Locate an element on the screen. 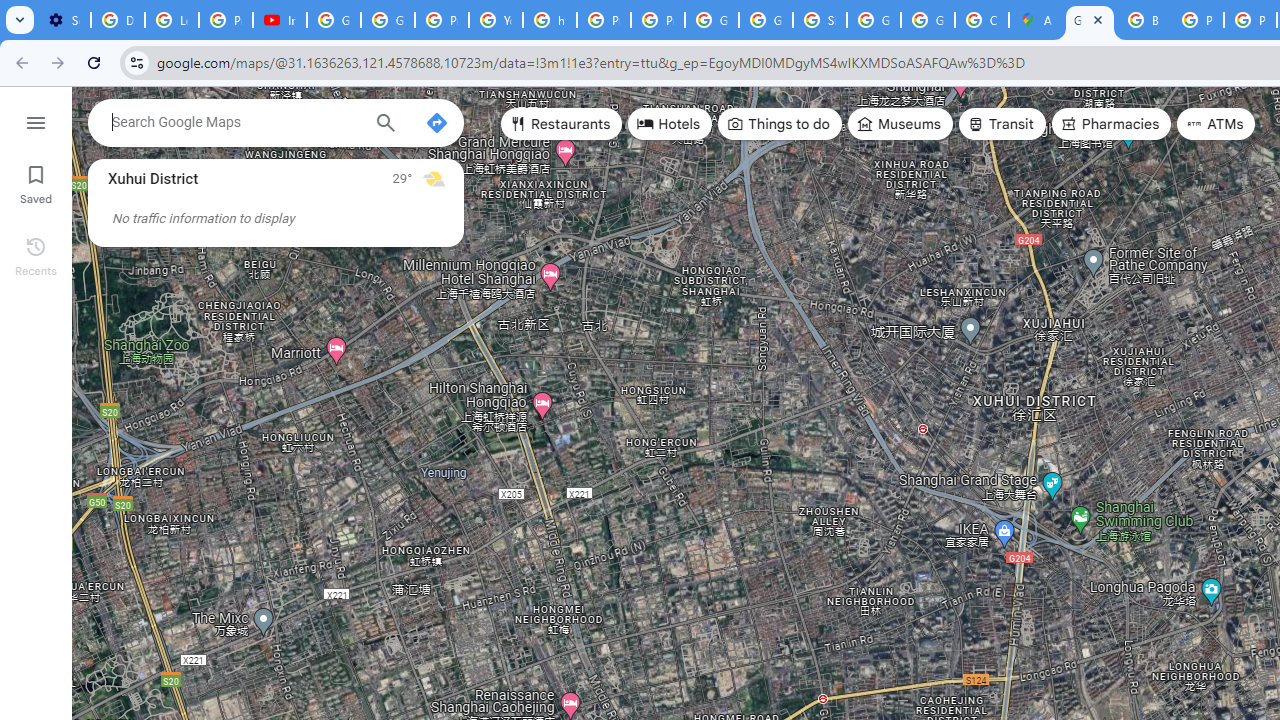 This screenshot has width=1280, height=720. 'Museums' is located at coordinates (899, 124).